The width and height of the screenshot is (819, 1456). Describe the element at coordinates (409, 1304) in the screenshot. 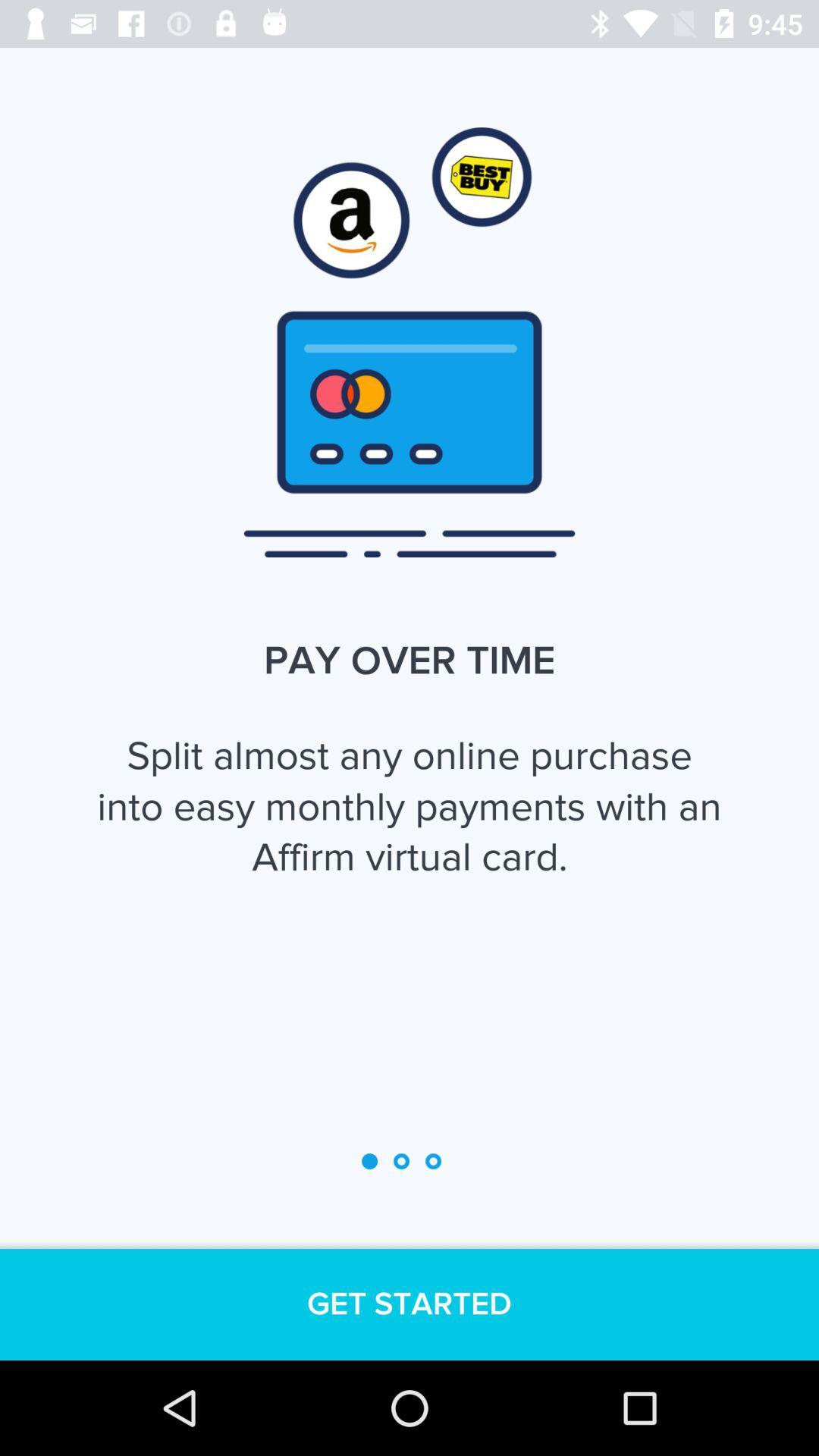

I see `get started item` at that location.